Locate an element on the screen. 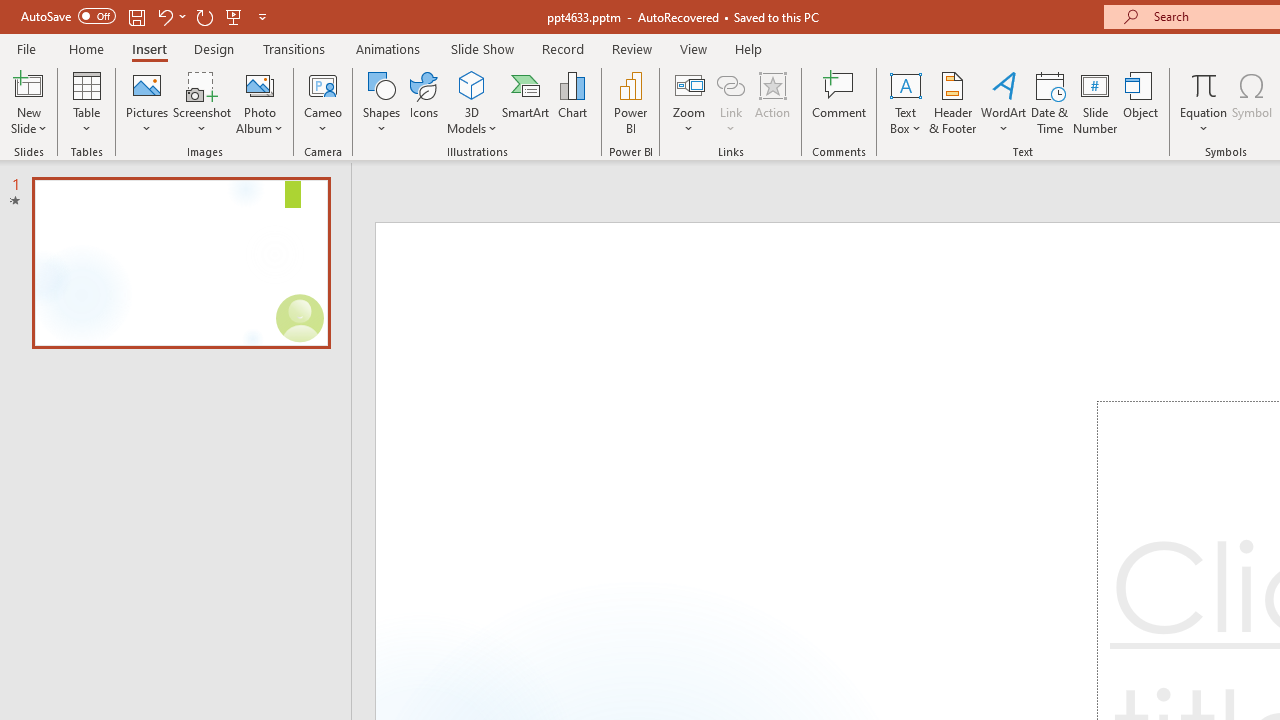 The height and width of the screenshot is (720, 1280). 'Slide Number' is located at coordinates (1094, 103).